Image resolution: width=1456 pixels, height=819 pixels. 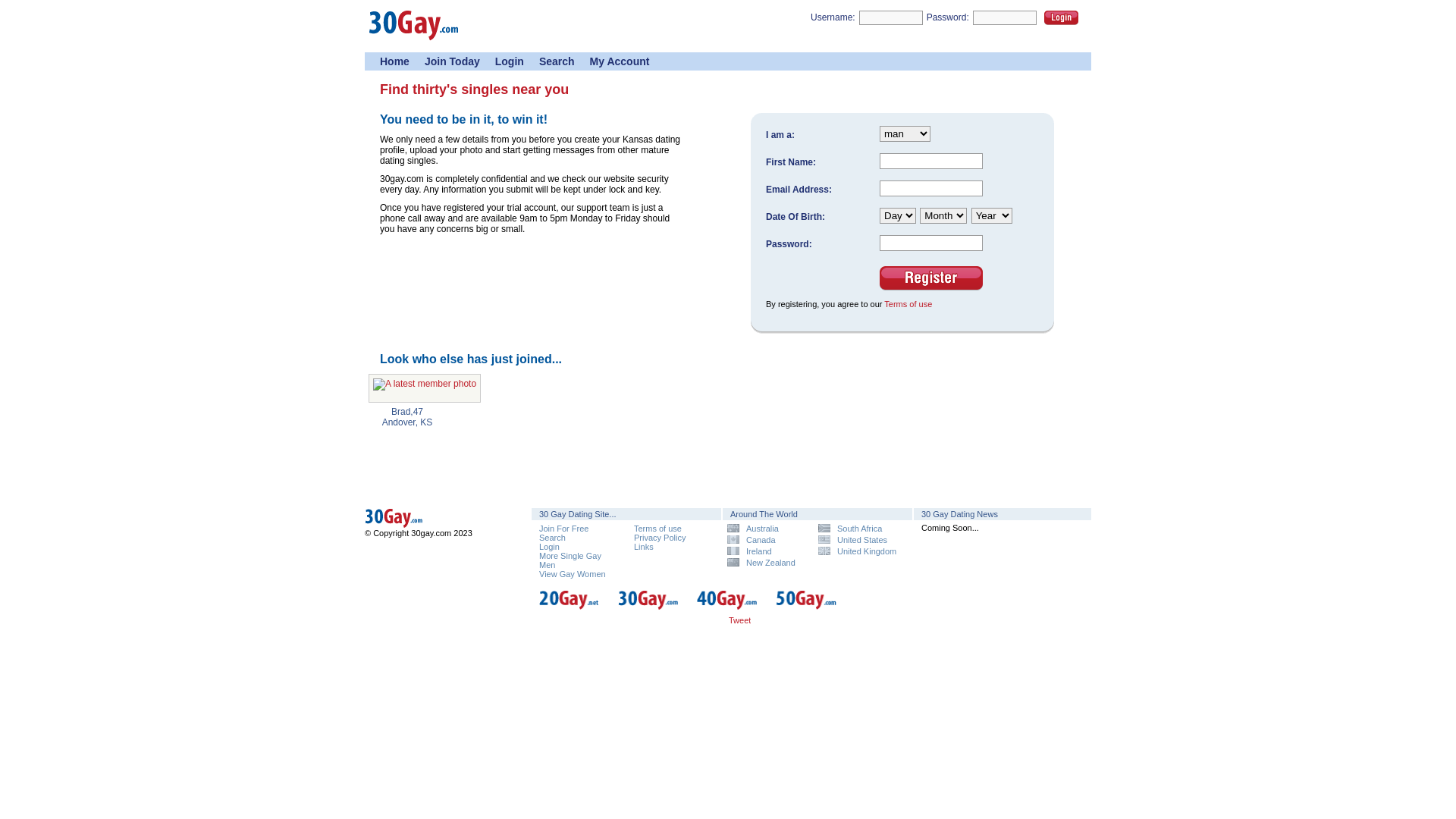 I want to click on 'United States', so click(x=858, y=538).